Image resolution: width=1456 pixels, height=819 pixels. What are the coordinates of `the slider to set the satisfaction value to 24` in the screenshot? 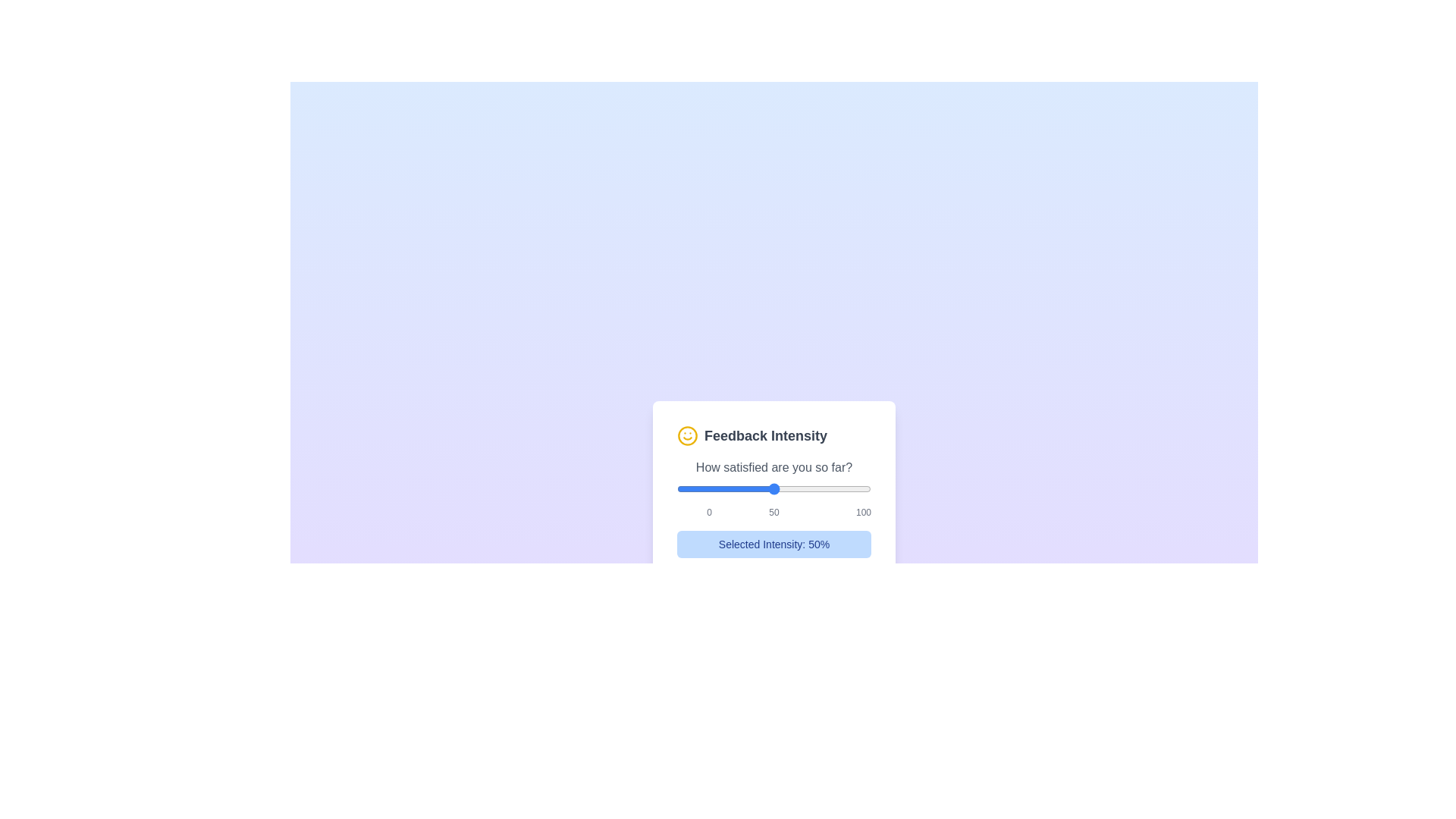 It's located at (723, 488).